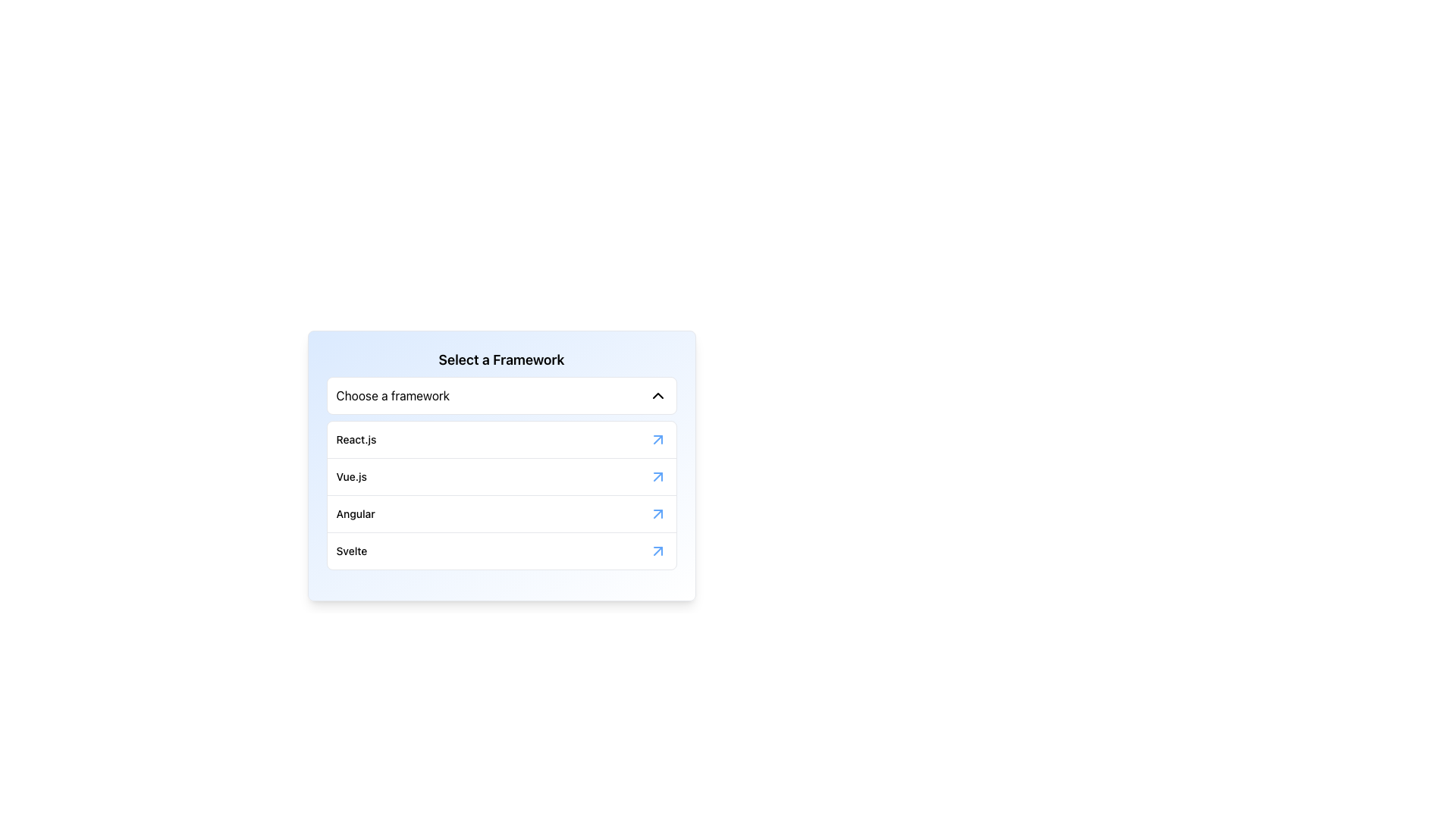 The height and width of the screenshot is (819, 1456). What do you see at coordinates (657, 513) in the screenshot?
I see `the small blue arrow icon located to the far right of the 'Angular' entry in the 'Choose a framework' section` at bounding box center [657, 513].